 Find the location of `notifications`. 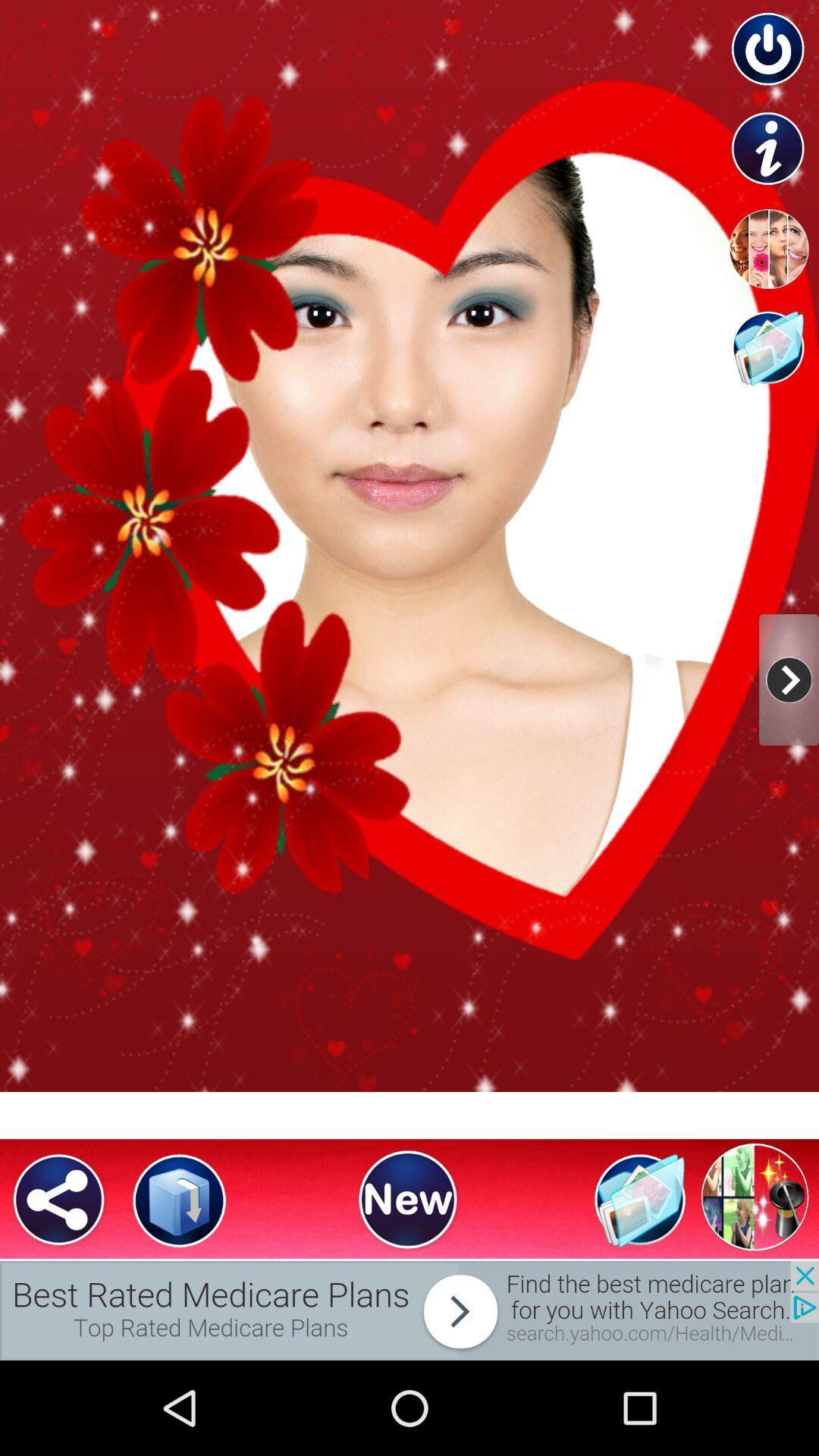

notifications is located at coordinates (409, 1310).